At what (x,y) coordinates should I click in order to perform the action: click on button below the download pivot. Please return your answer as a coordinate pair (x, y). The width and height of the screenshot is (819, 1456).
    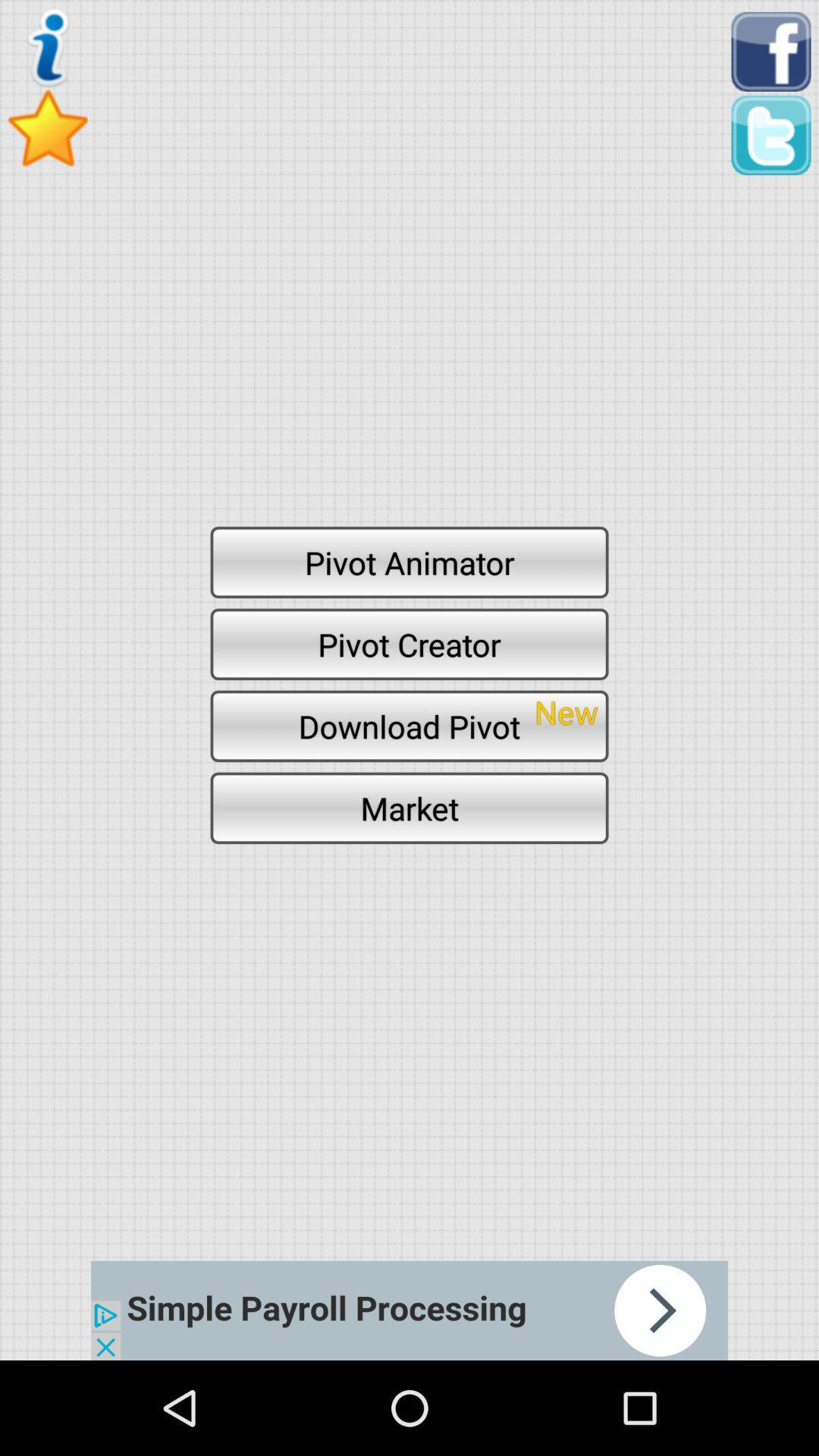
    Looking at the image, I should click on (409, 807).